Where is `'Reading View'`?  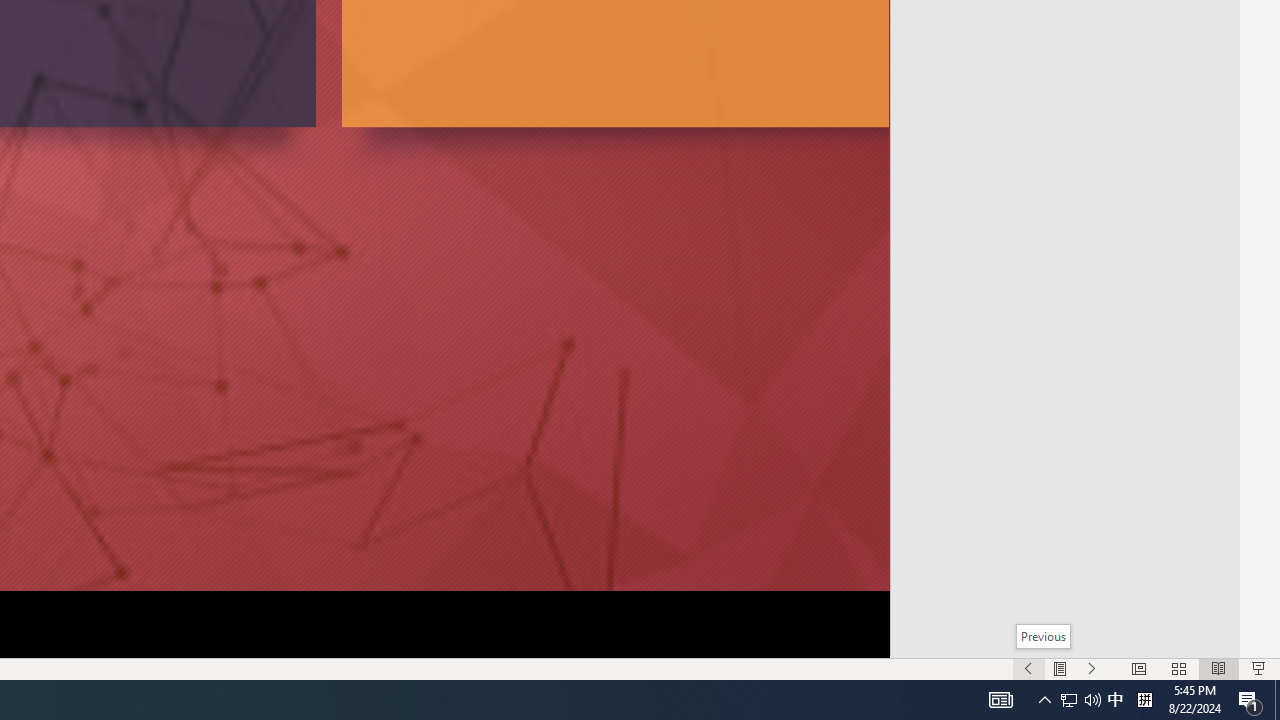 'Reading View' is located at coordinates (1218, 669).